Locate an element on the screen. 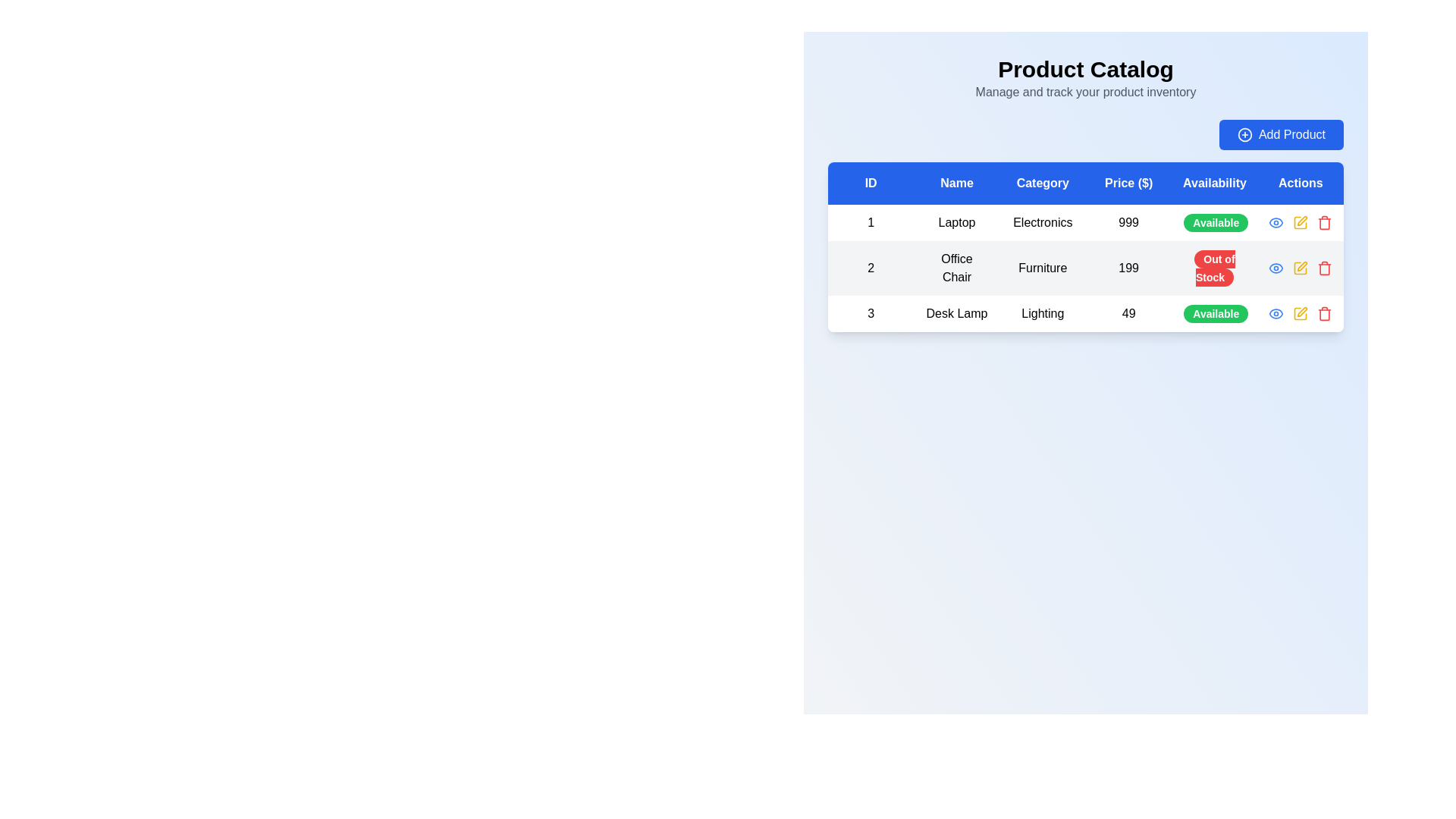  the Table Cell displaying 'Office Chair' in the second row of the product catalog table under the 'Name' column is located at coordinates (956, 268).